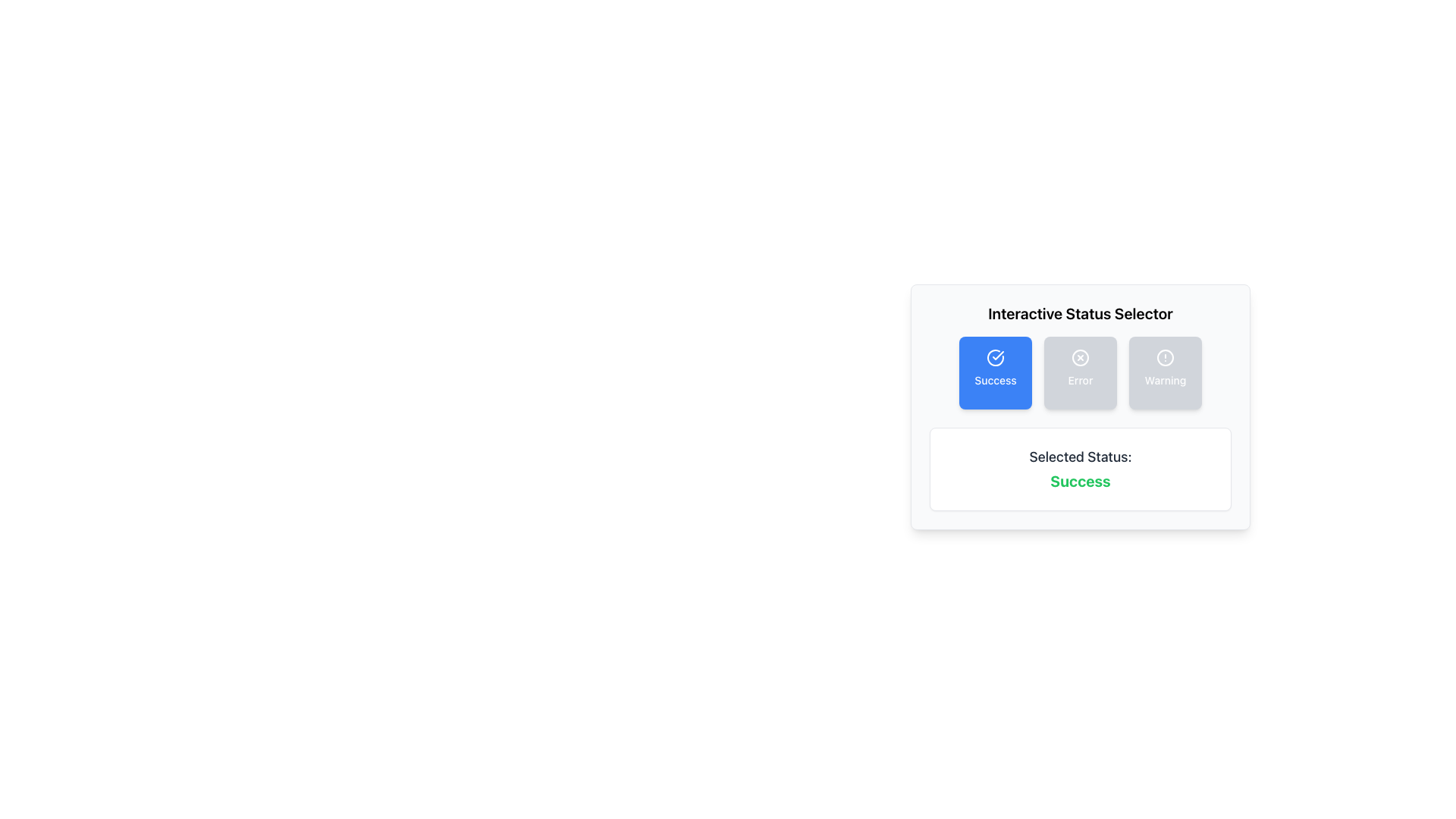  Describe the element at coordinates (1080, 406) in the screenshot. I see `the central button labeled 'Error' in the 'Interactive Status Selector' component` at that location.